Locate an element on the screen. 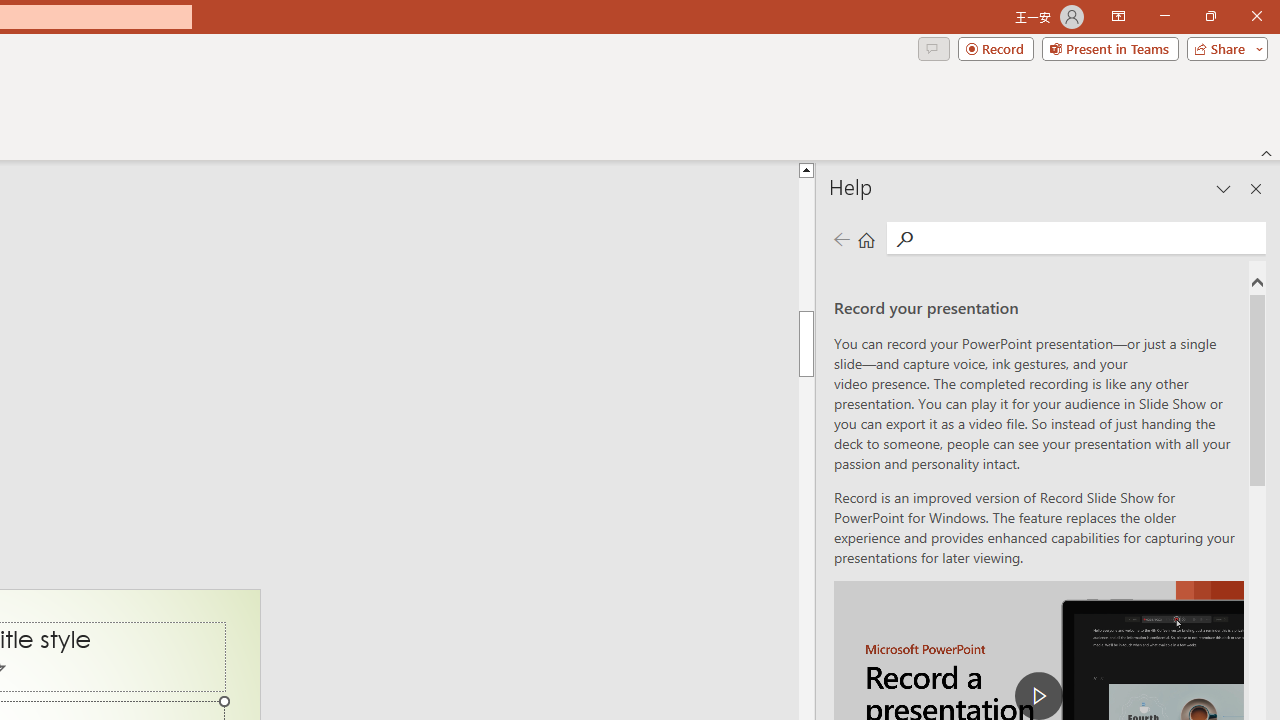 Image resolution: width=1280 pixels, height=720 pixels. 'Page up' is located at coordinates (806, 243).